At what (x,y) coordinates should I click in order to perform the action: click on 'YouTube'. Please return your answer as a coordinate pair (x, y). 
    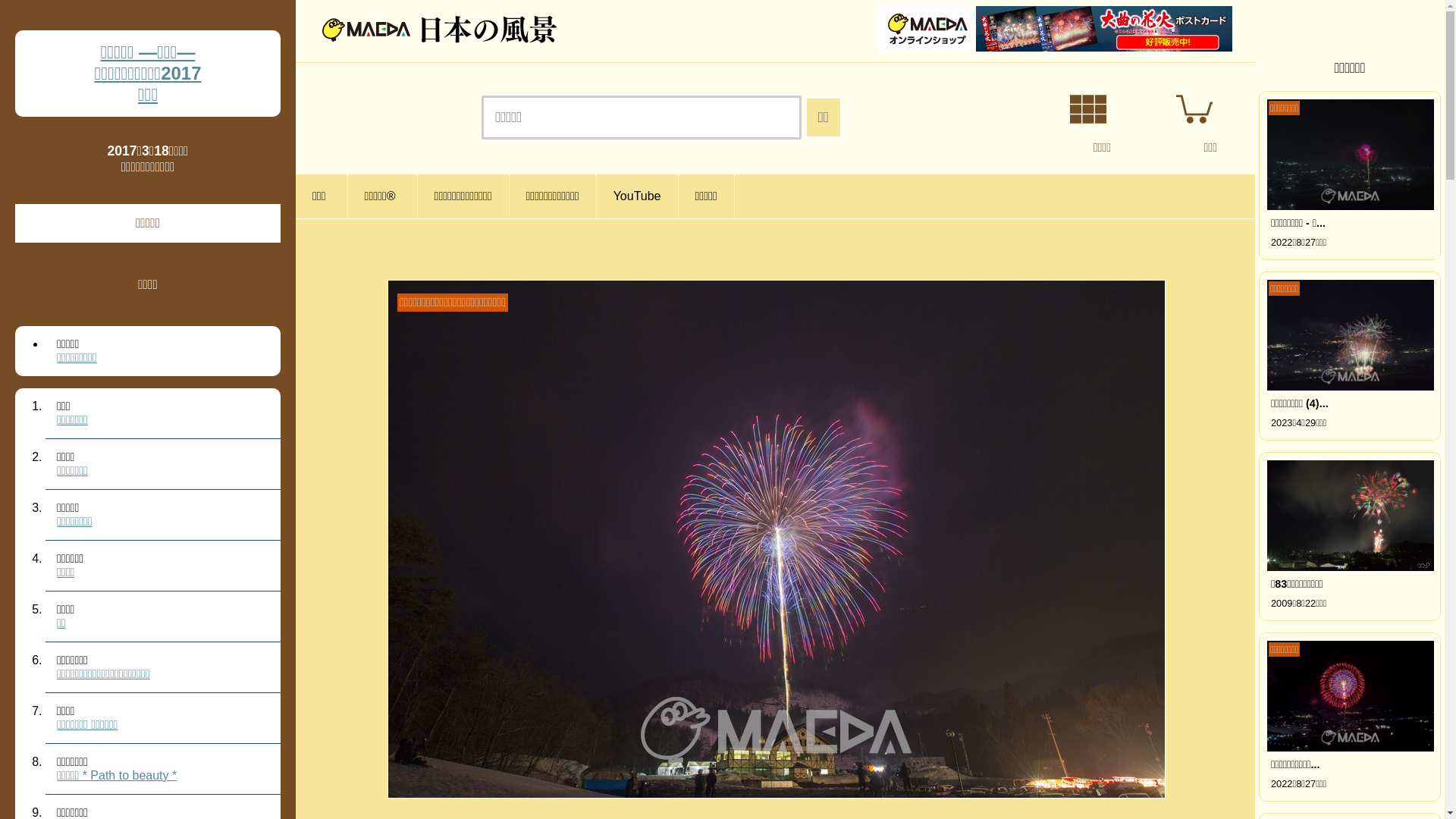
    Looking at the image, I should click on (637, 195).